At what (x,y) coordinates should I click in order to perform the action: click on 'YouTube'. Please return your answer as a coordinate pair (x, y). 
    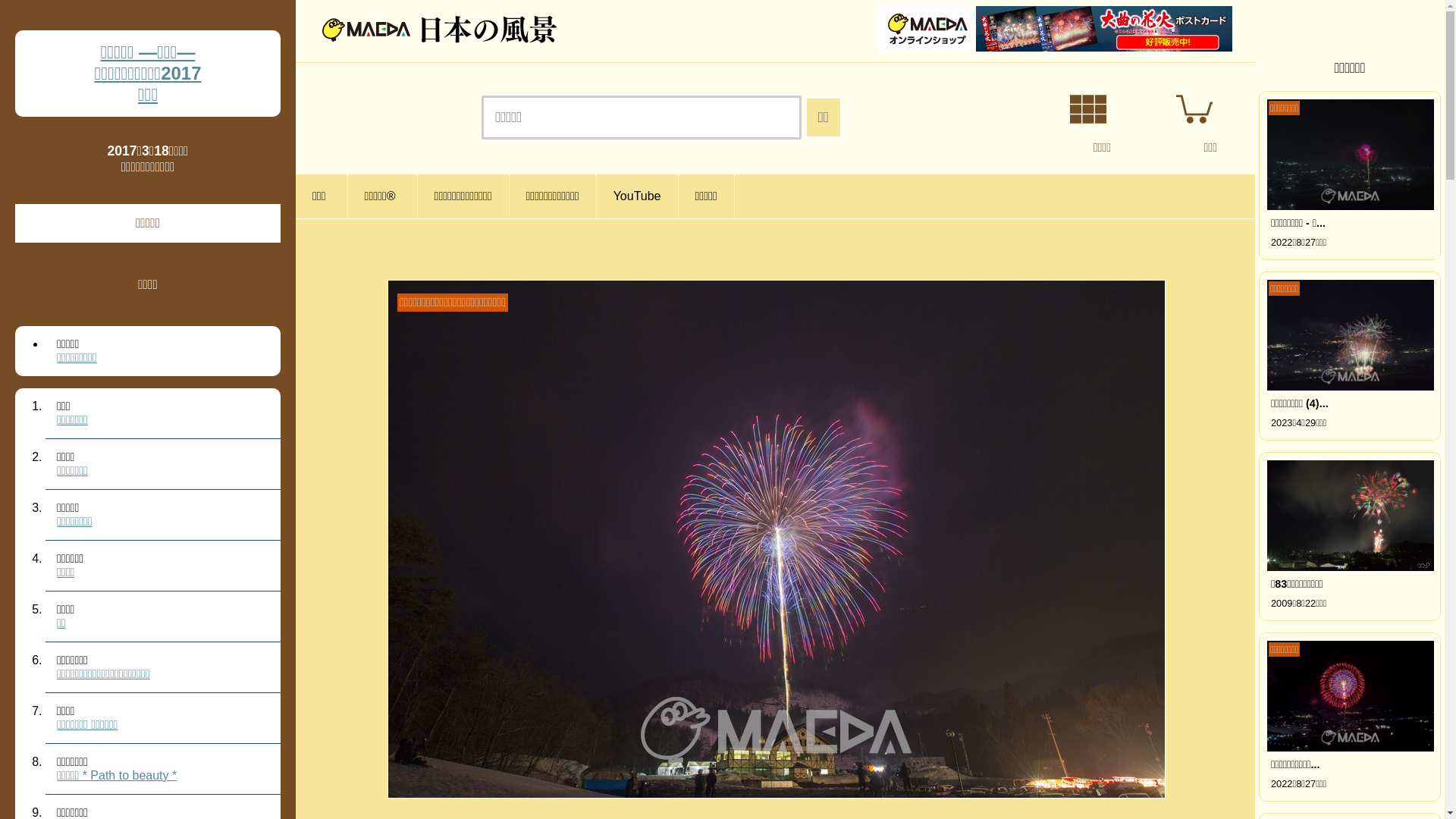
    Looking at the image, I should click on (637, 195).